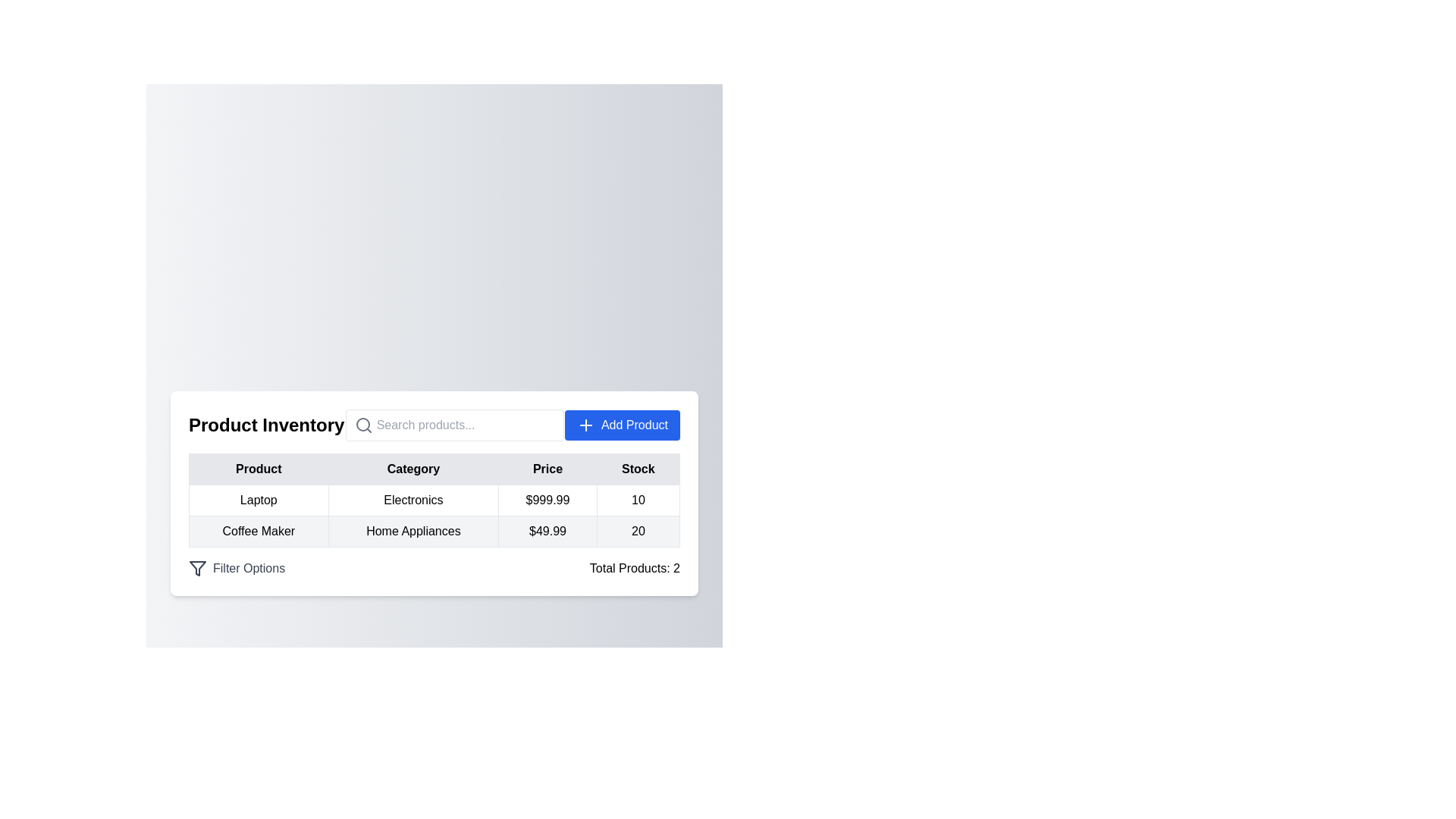 This screenshot has height=819, width=1456. I want to click on the funnel-shaped filter icon located at the left end of the 'Filter Options' button, so click(196, 568).